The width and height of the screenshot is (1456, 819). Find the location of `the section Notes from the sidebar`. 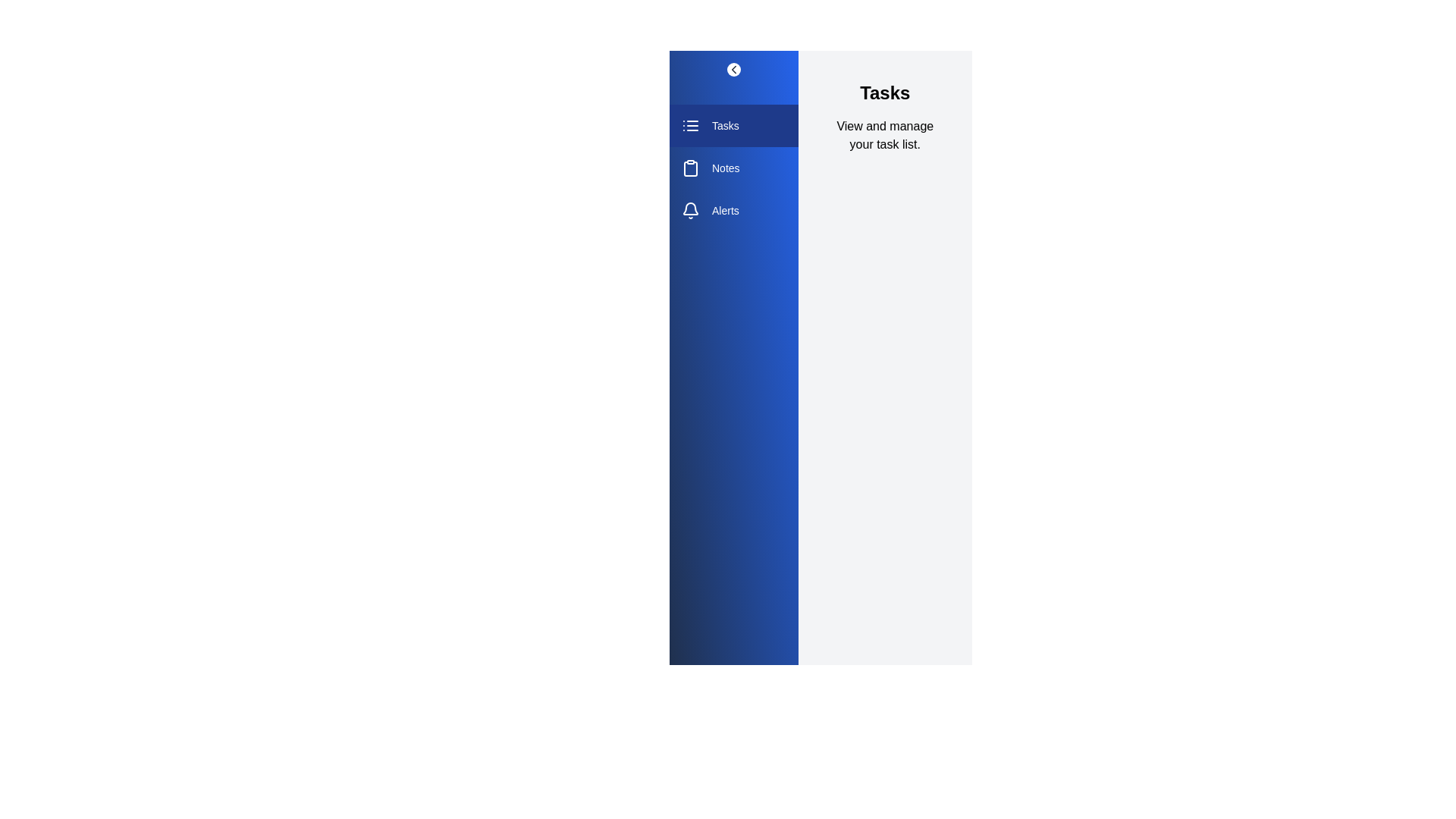

the section Notes from the sidebar is located at coordinates (733, 168).